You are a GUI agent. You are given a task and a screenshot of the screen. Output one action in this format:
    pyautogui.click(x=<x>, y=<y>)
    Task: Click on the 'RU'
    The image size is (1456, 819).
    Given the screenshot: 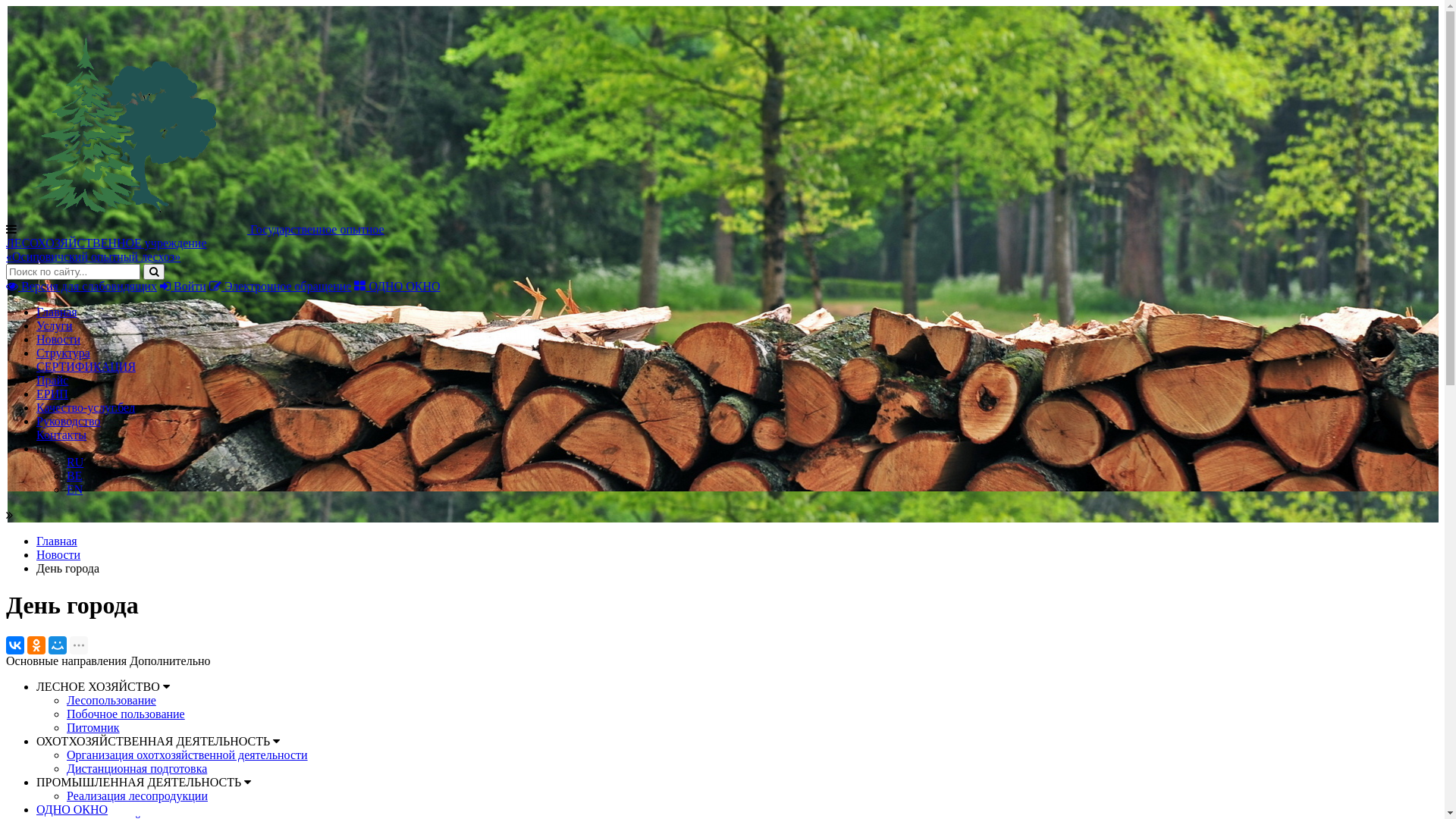 What is the action you would take?
    pyautogui.click(x=74, y=461)
    